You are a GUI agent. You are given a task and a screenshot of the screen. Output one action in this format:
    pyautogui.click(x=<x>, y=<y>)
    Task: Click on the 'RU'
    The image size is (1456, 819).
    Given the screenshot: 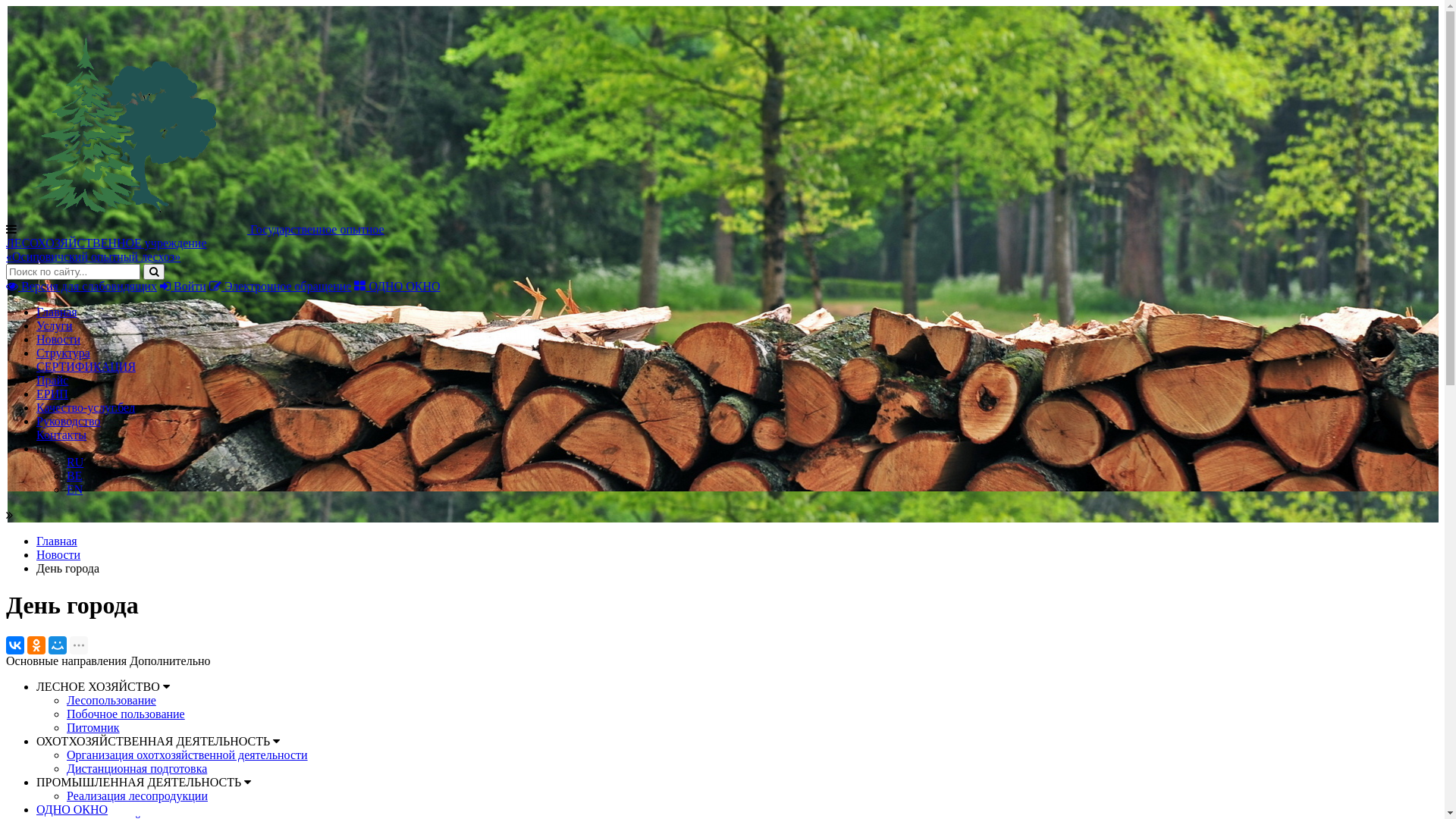 What is the action you would take?
    pyautogui.click(x=74, y=461)
    